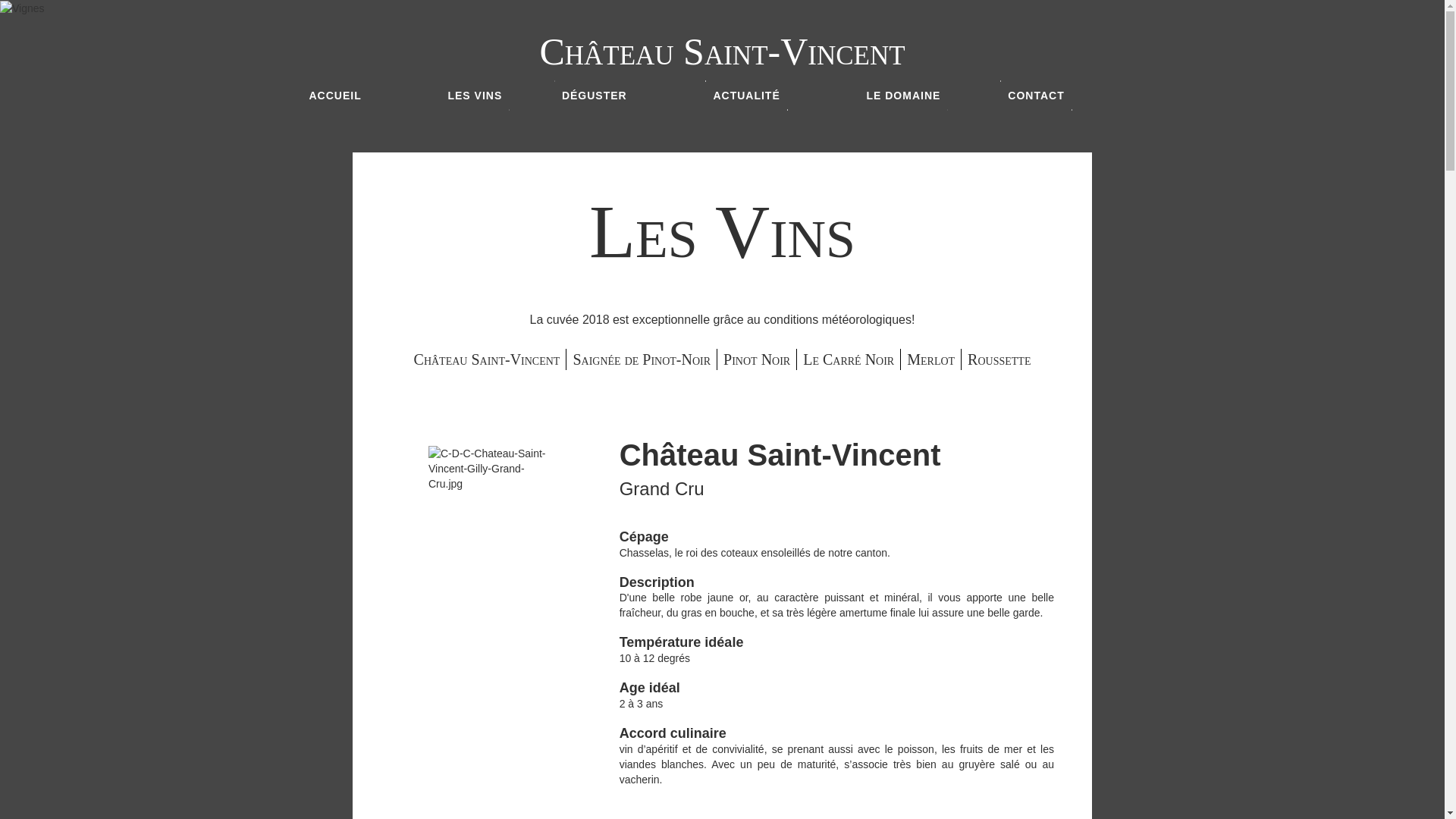  I want to click on 'LES VINS', so click(439, 96).